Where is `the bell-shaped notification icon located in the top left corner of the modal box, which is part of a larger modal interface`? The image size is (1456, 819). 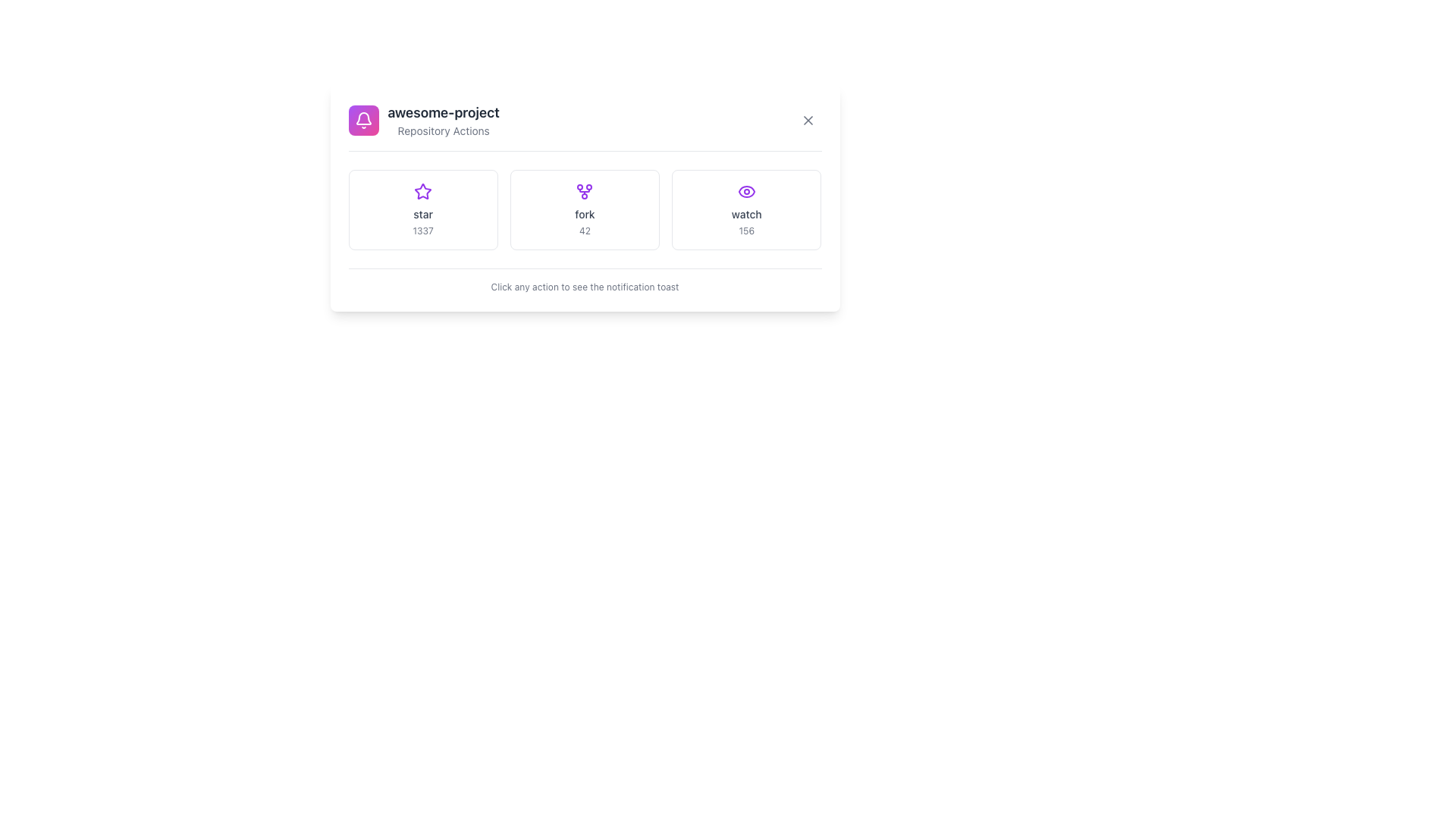 the bell-shaped notification icon located in the top left corner of the modal box, which is part of a larger modal interface is located at coordinates (362, 119).